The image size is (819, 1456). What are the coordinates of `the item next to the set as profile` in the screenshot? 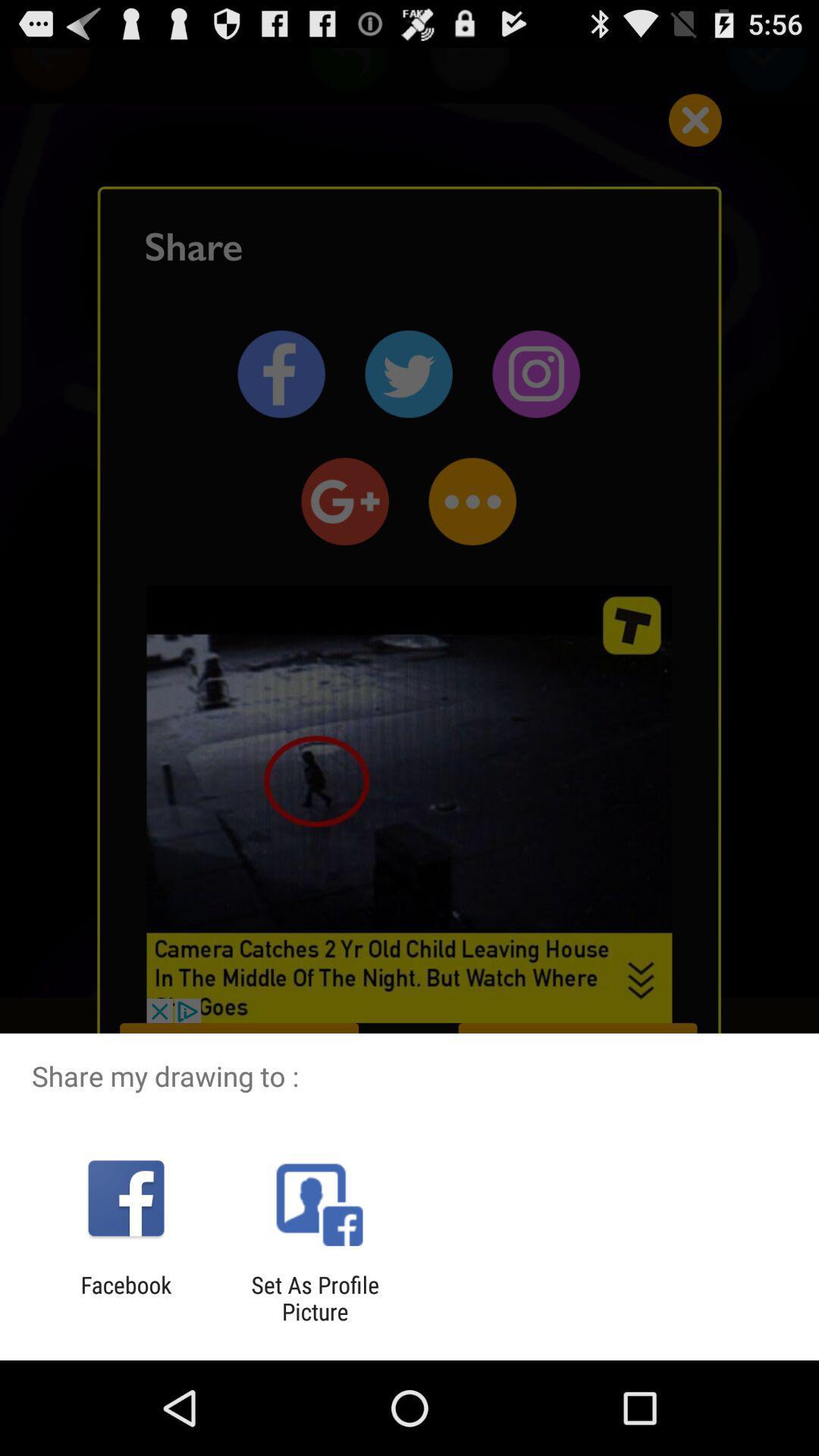 It's located at (125, 1298).